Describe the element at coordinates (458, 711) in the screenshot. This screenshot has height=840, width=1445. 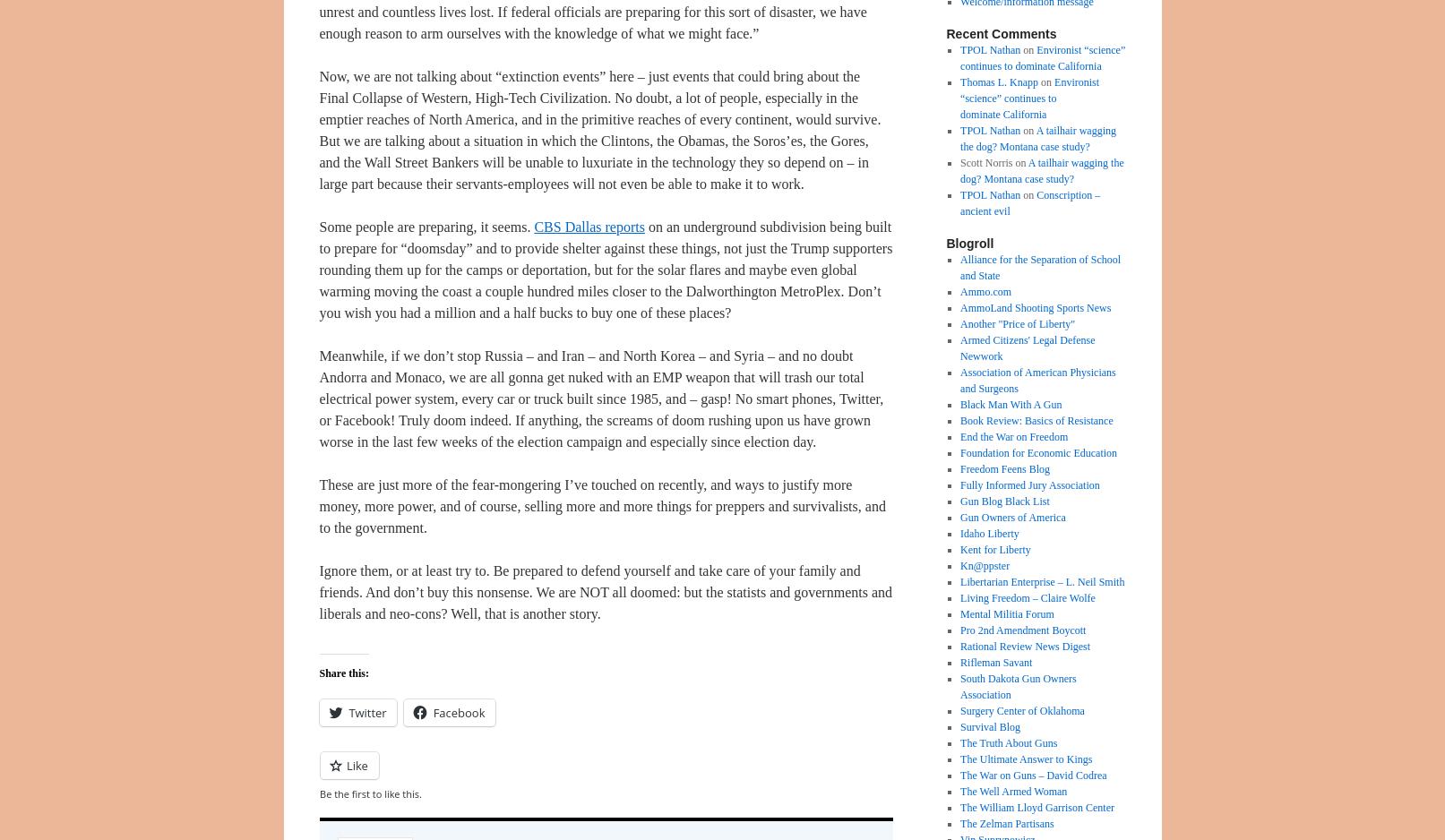
I see `'Facebook'` at that location.